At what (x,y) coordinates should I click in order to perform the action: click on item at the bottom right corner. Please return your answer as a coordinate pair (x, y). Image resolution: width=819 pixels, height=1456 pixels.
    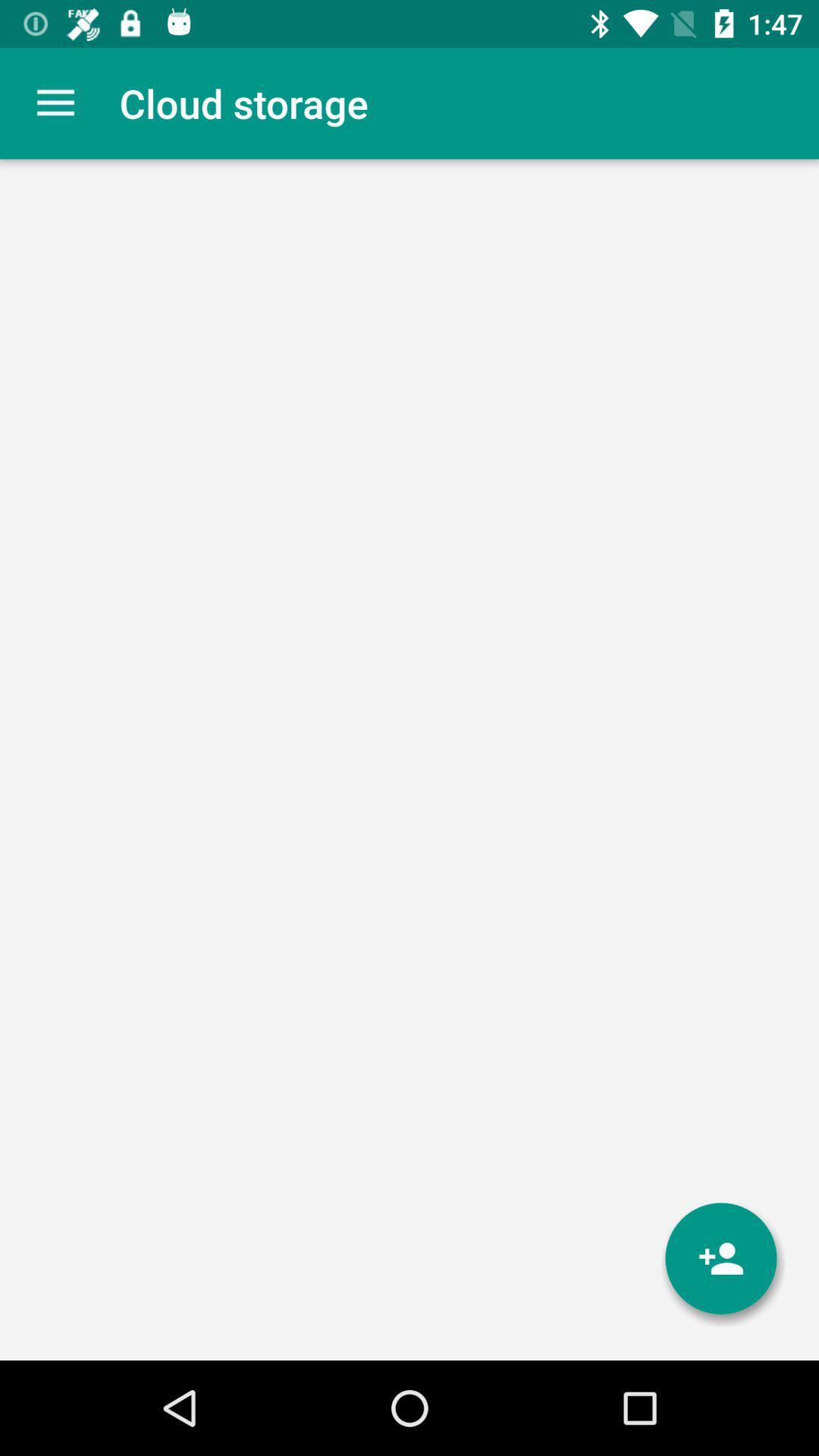
    Looking at the image, I should click on (720, 1258).